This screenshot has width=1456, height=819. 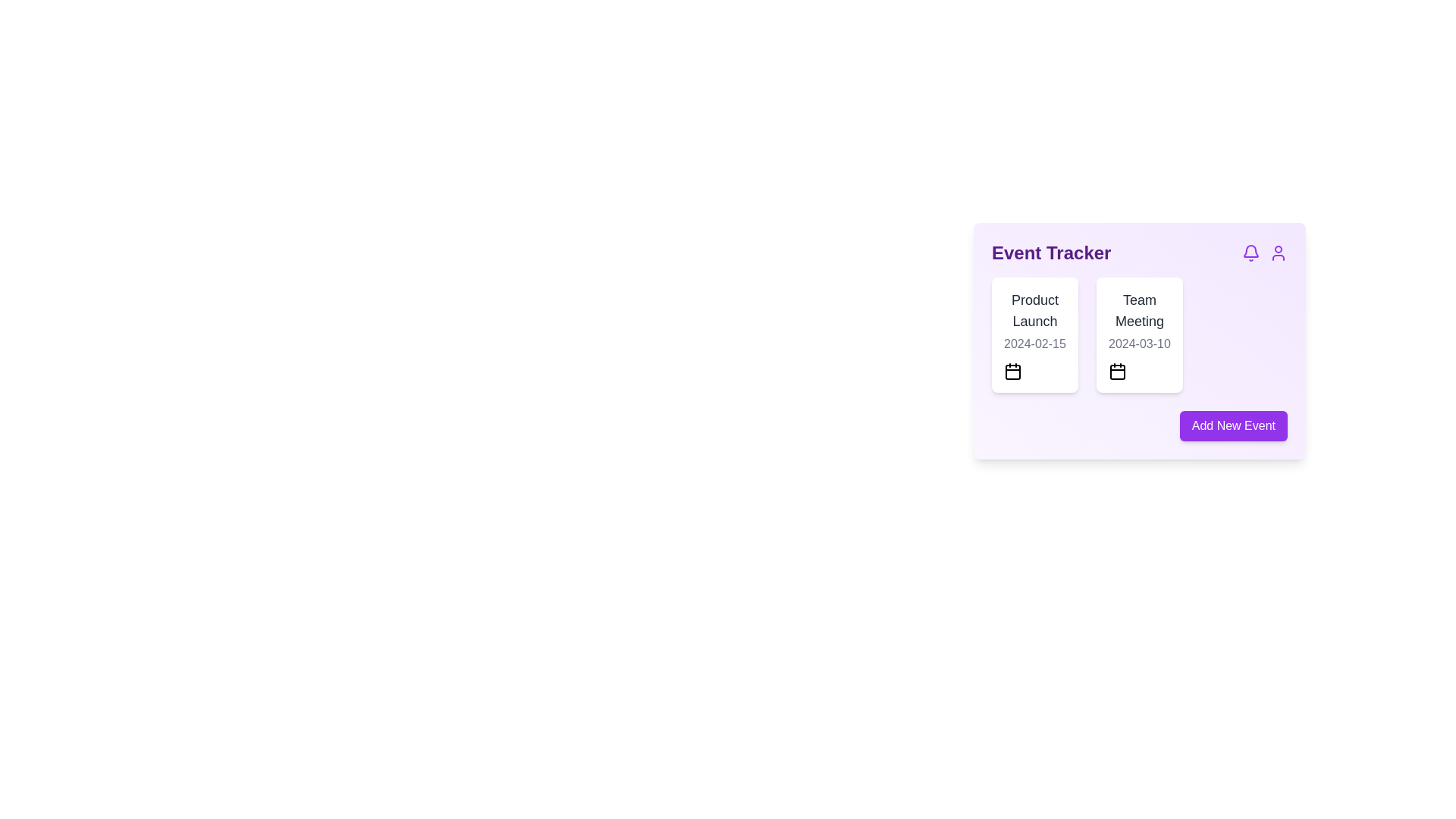 I want to click on the SVG rectangle that represents the body area of the calendar icon next to the 'Product Launch' event, so click(x=1012, y=372).